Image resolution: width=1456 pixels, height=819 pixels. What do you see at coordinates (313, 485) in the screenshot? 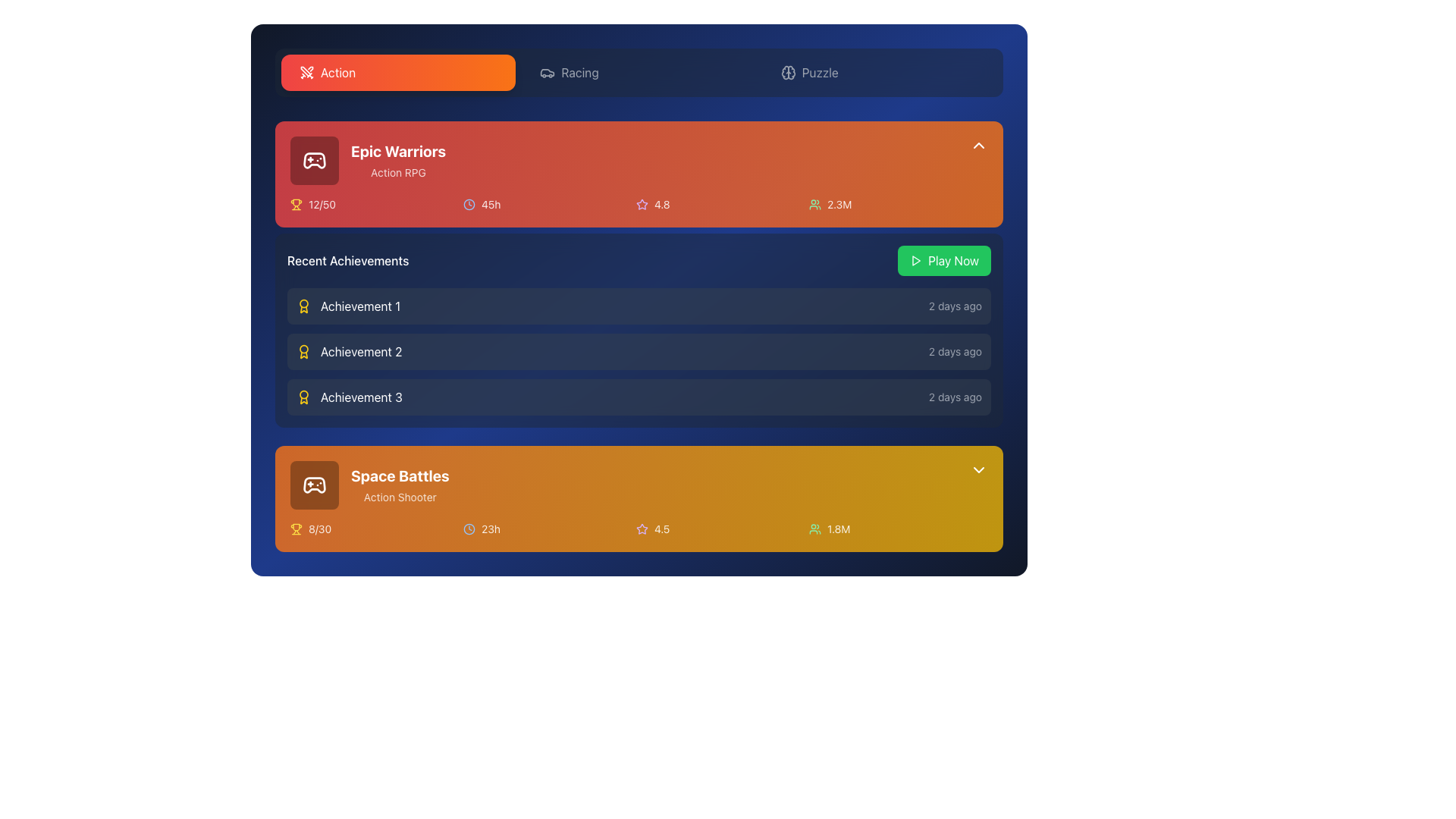
I see `the square icon button with rounded corners and a semi-transparent black background containing a white outlined game controller, located in the 'Space Battles' and 'Action Shooter' card` at bounding box center [313, 485].